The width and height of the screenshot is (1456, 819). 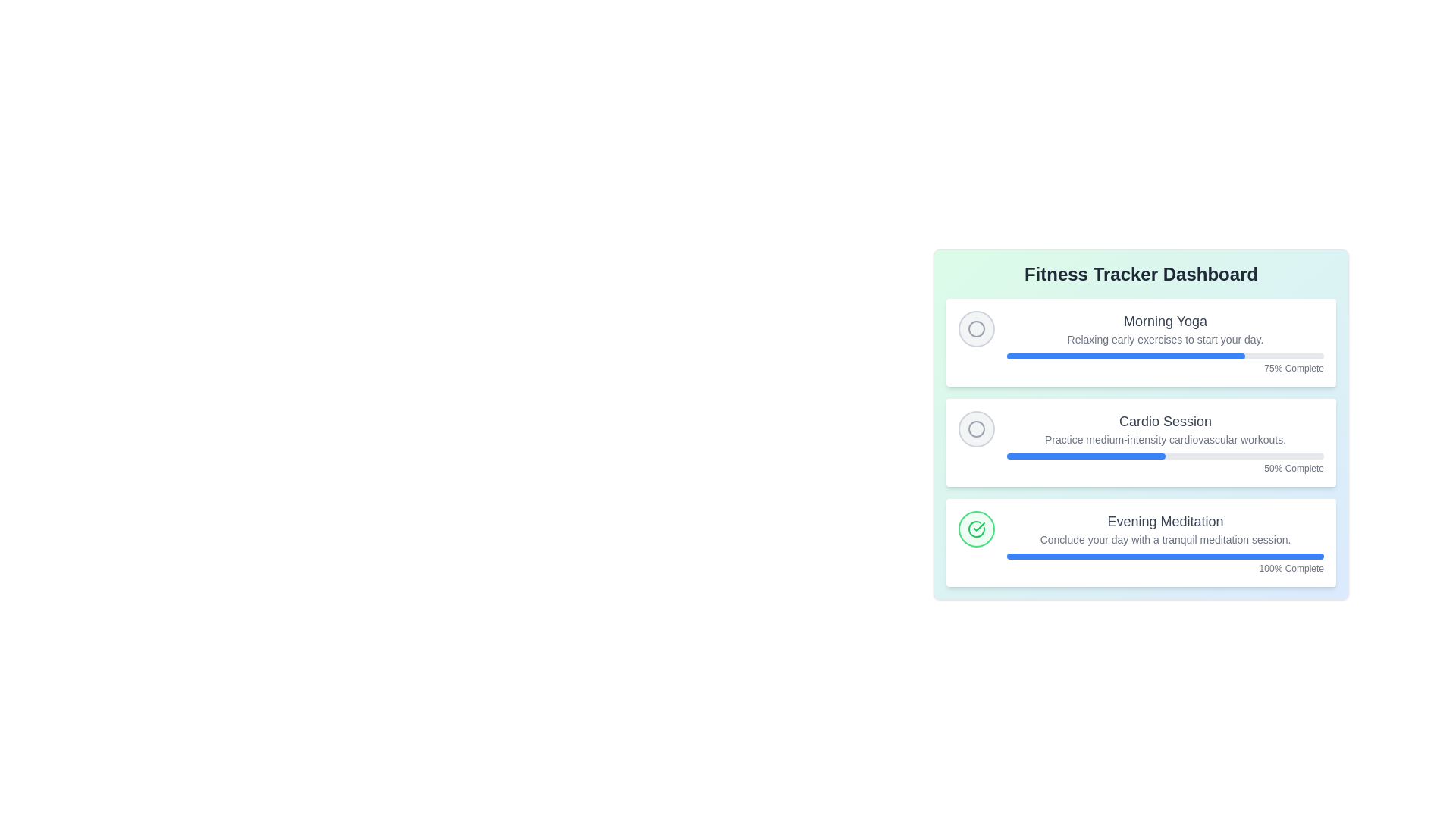 I want to click on the static text element reading 'Practice medium-intensity cardiovascular workouts.' located beneath the header 'Cardio Session' and above the progress bar in the Fitness Tracker Dashboard, so click(x=1164, y=439).